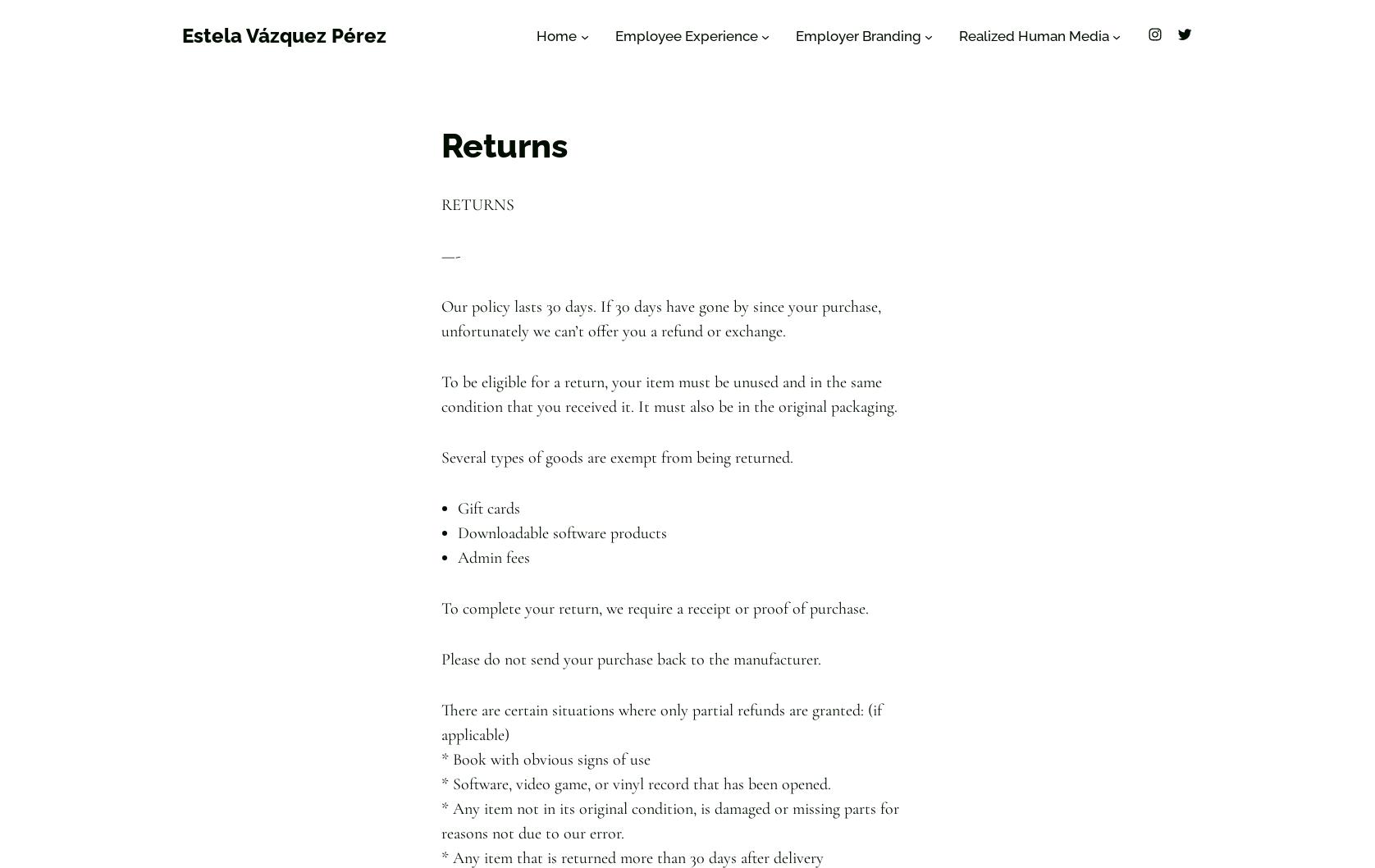  What do you see at coordinates (504, 145) in the screenshot?
I see `'Returns'` at bounding box center [504, 145].